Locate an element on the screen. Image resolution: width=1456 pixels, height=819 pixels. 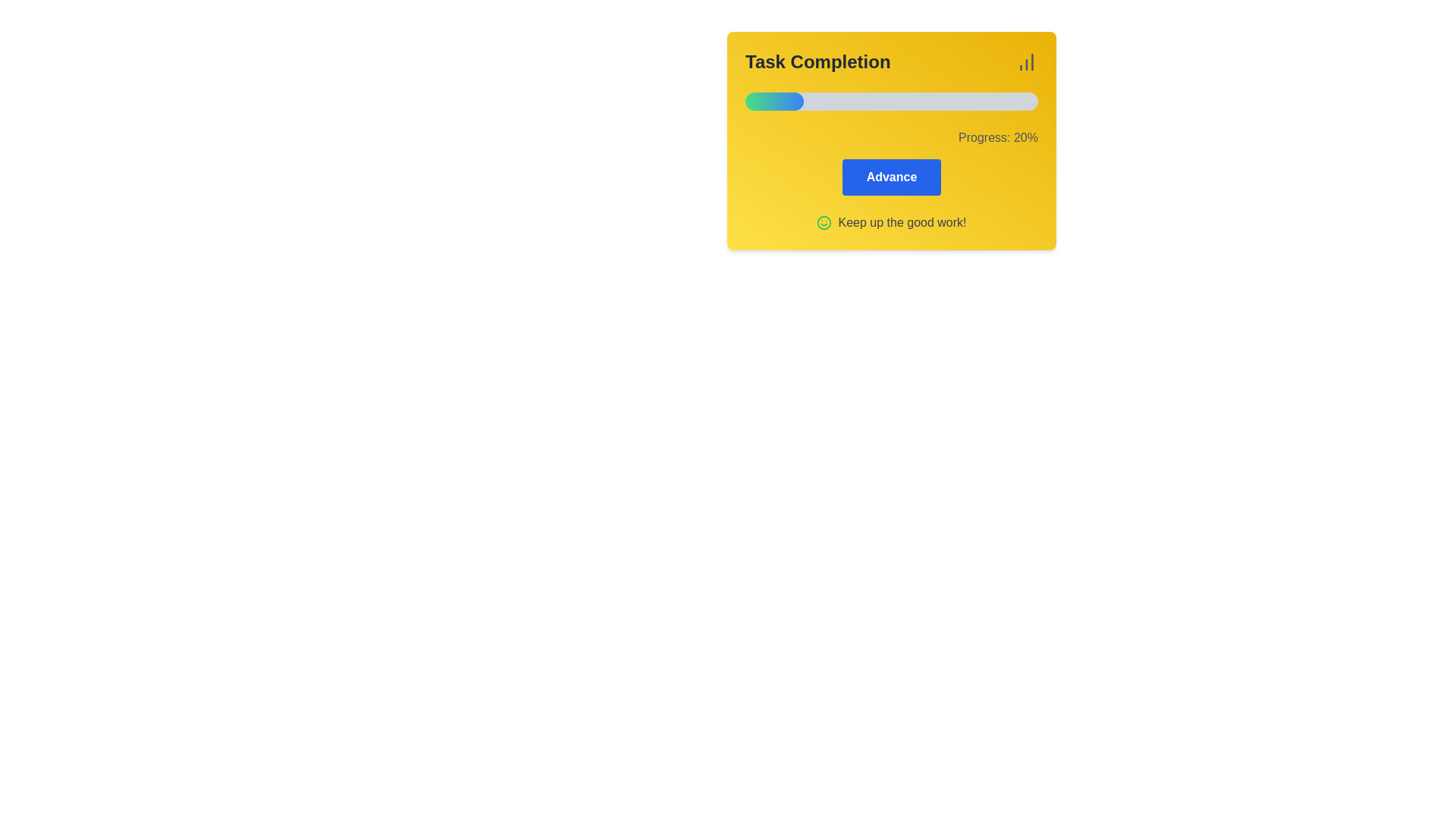
the circular smiley face icon with a green border, positioned to the left of the text 'Keep up the good work!' is located at coordinates (824, 222).